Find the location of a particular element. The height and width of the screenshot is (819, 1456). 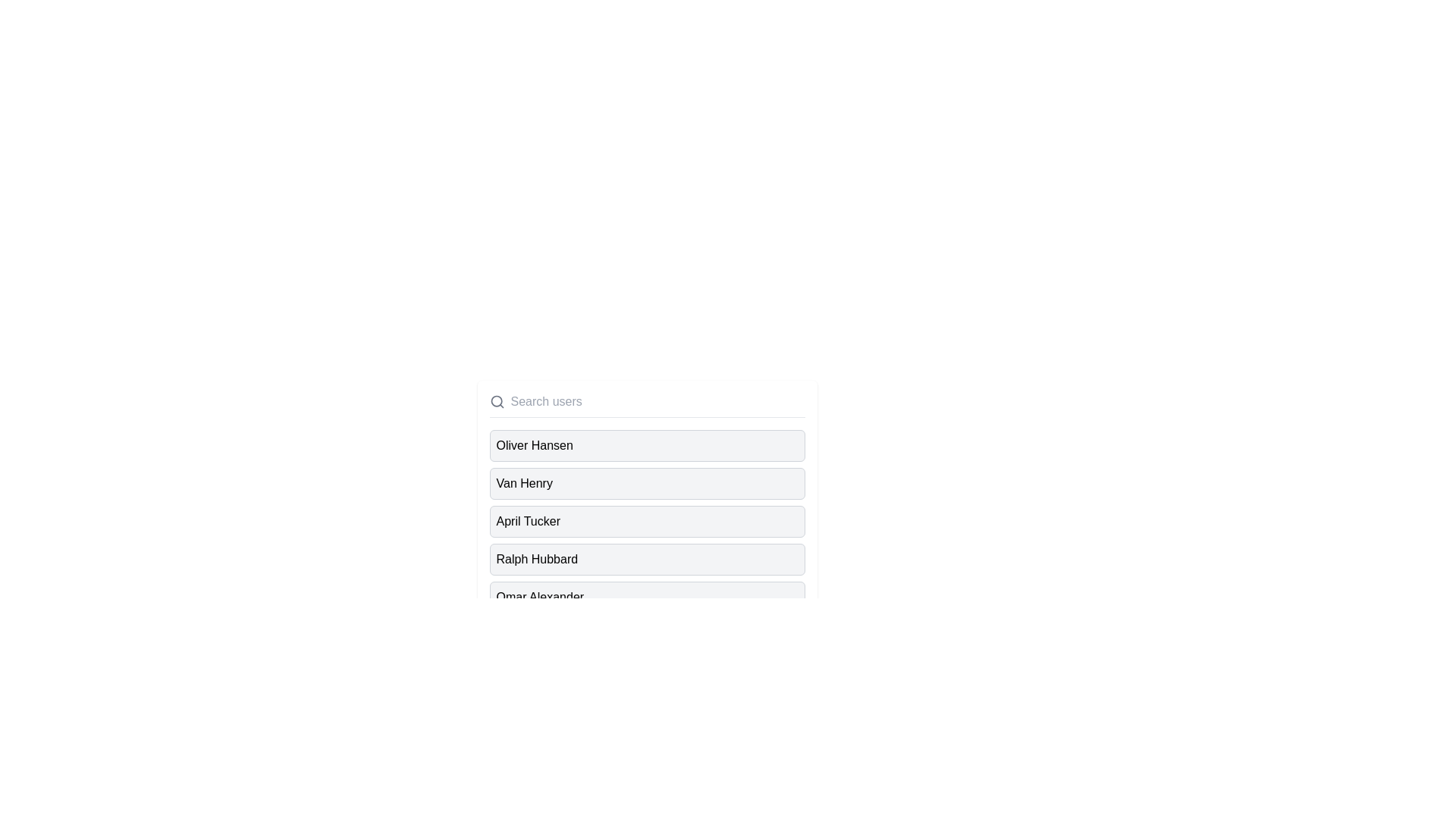

the text node displaying 'Van Henry' is located at coordinates (524, 483).